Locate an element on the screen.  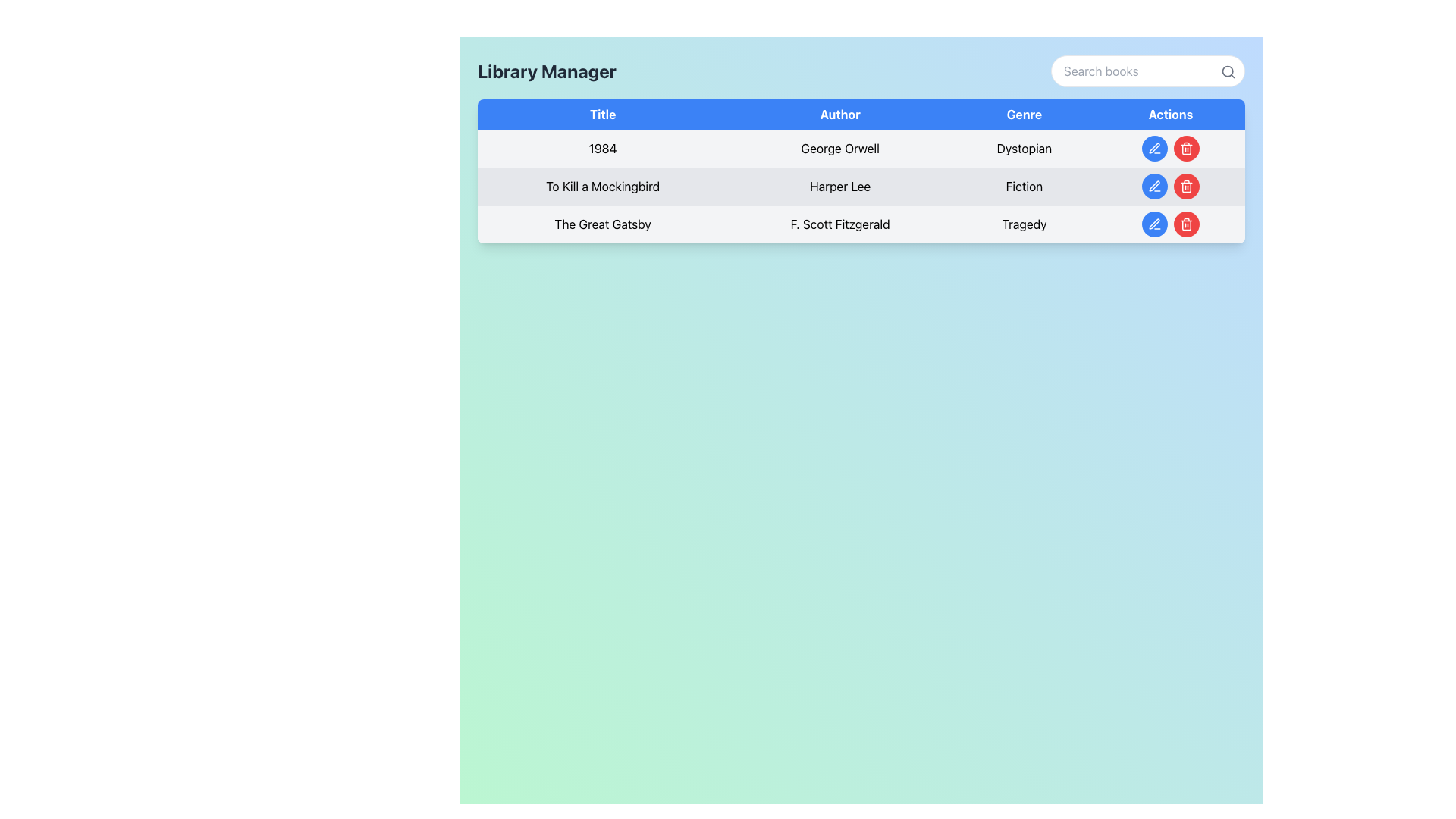
the edit button in the 'Actions' section for the book 'To Kill a Mockingbird' is located at coordinates (1153, 186).